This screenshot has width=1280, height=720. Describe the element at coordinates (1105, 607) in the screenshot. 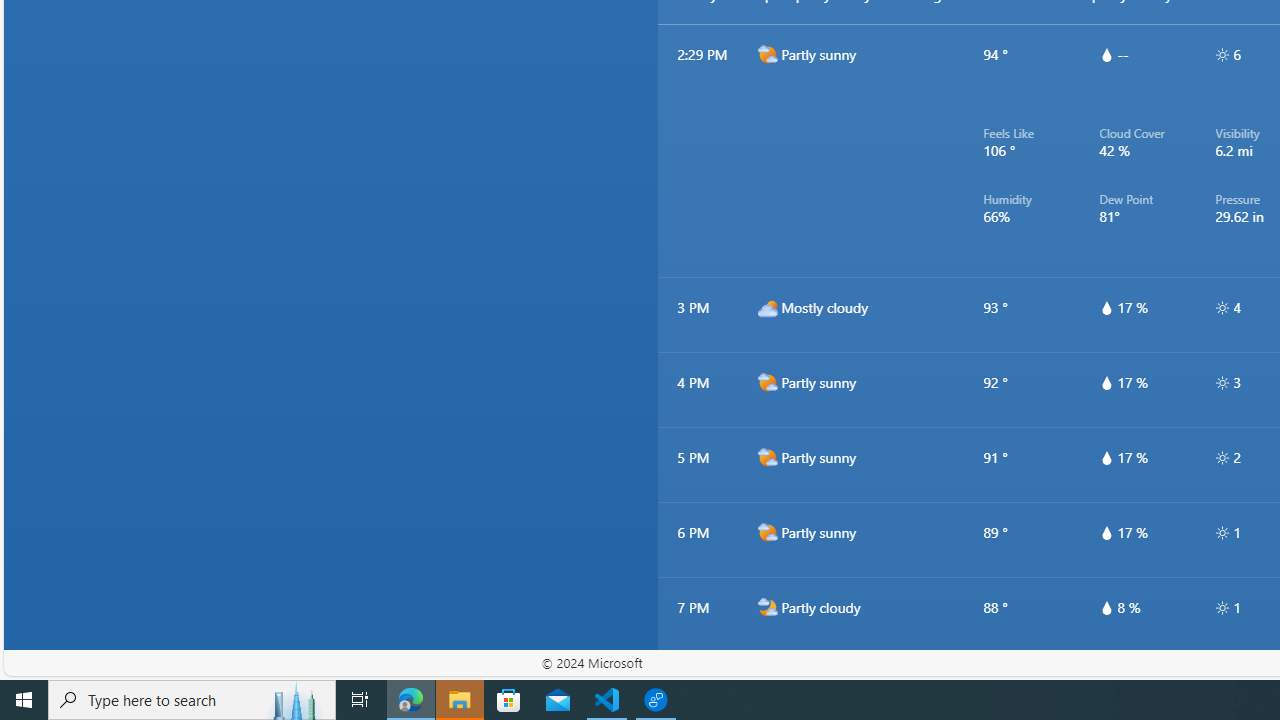

I see `'hourlyTable/drop'` at that location.